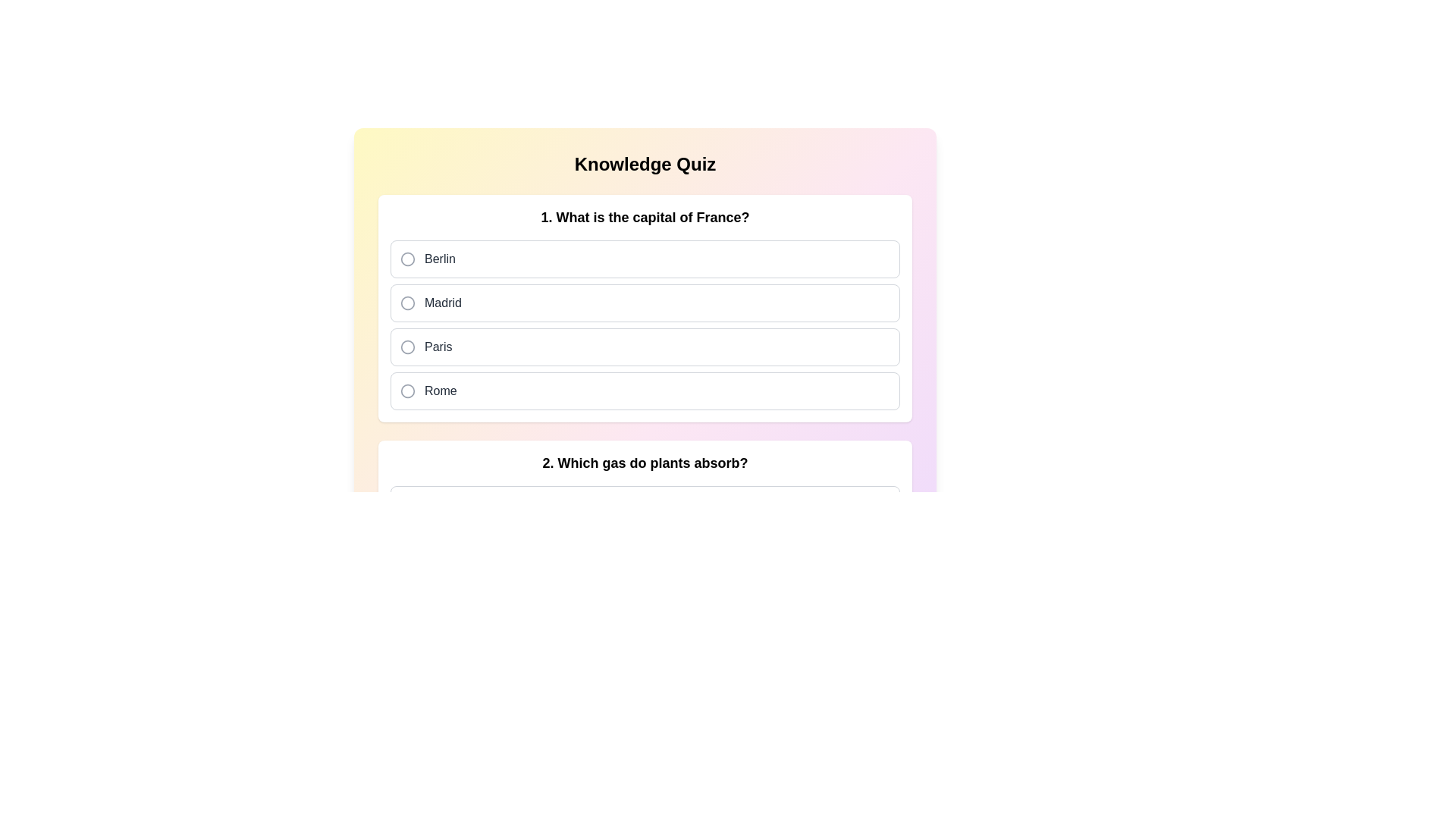 This screenshot has height=819, width=1456. Describe the element at coordinates (645, 303) in the screenshot. I see `the radio button option labeled 'Madrid'` at that location.